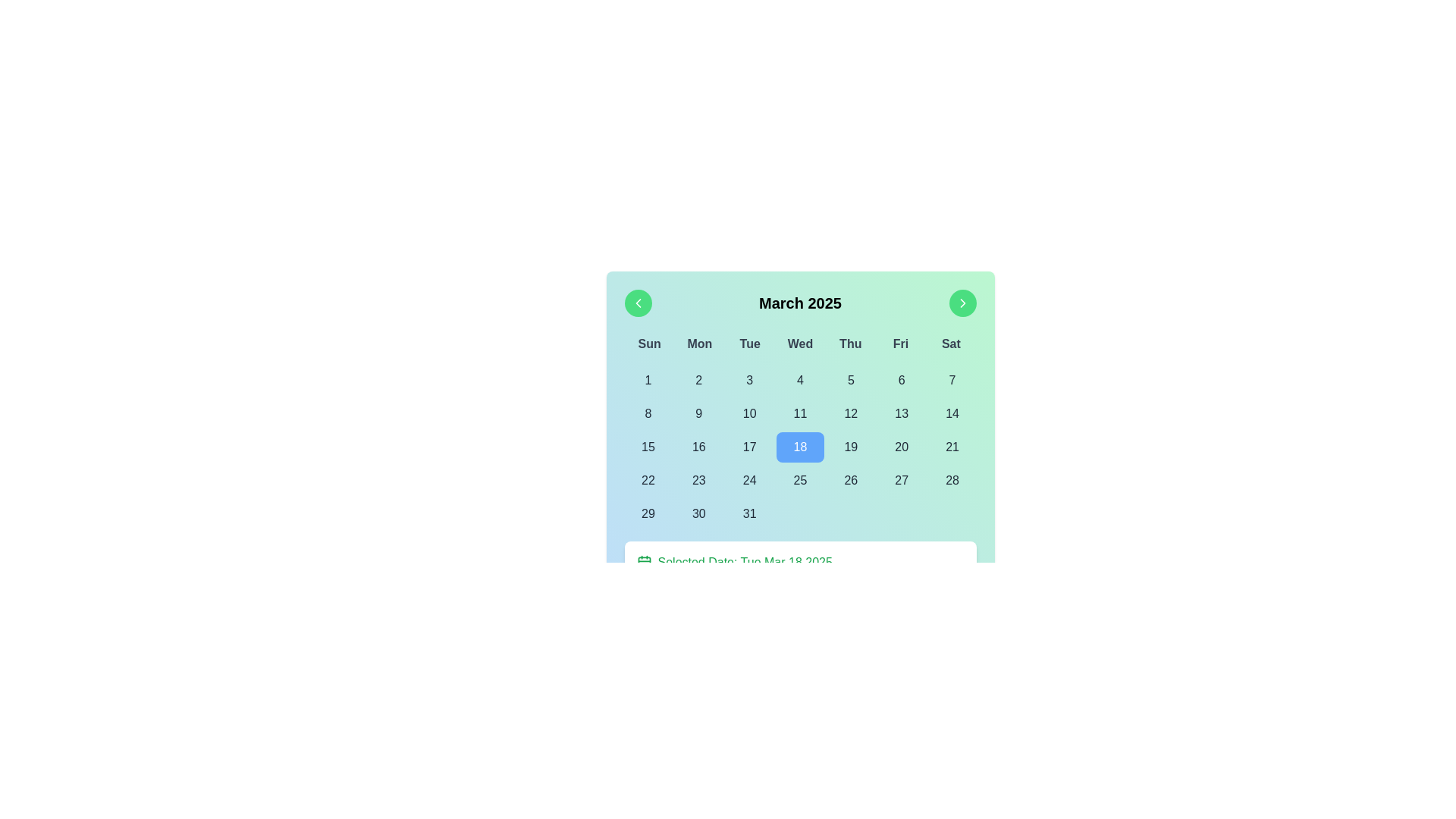 The height and width of the screenshot is (819, 1456). What do you see at coordinates (698, 480) in the screenshot?
I see `the button representing the date '23' on the calendar` at bounding box center [698, 480].